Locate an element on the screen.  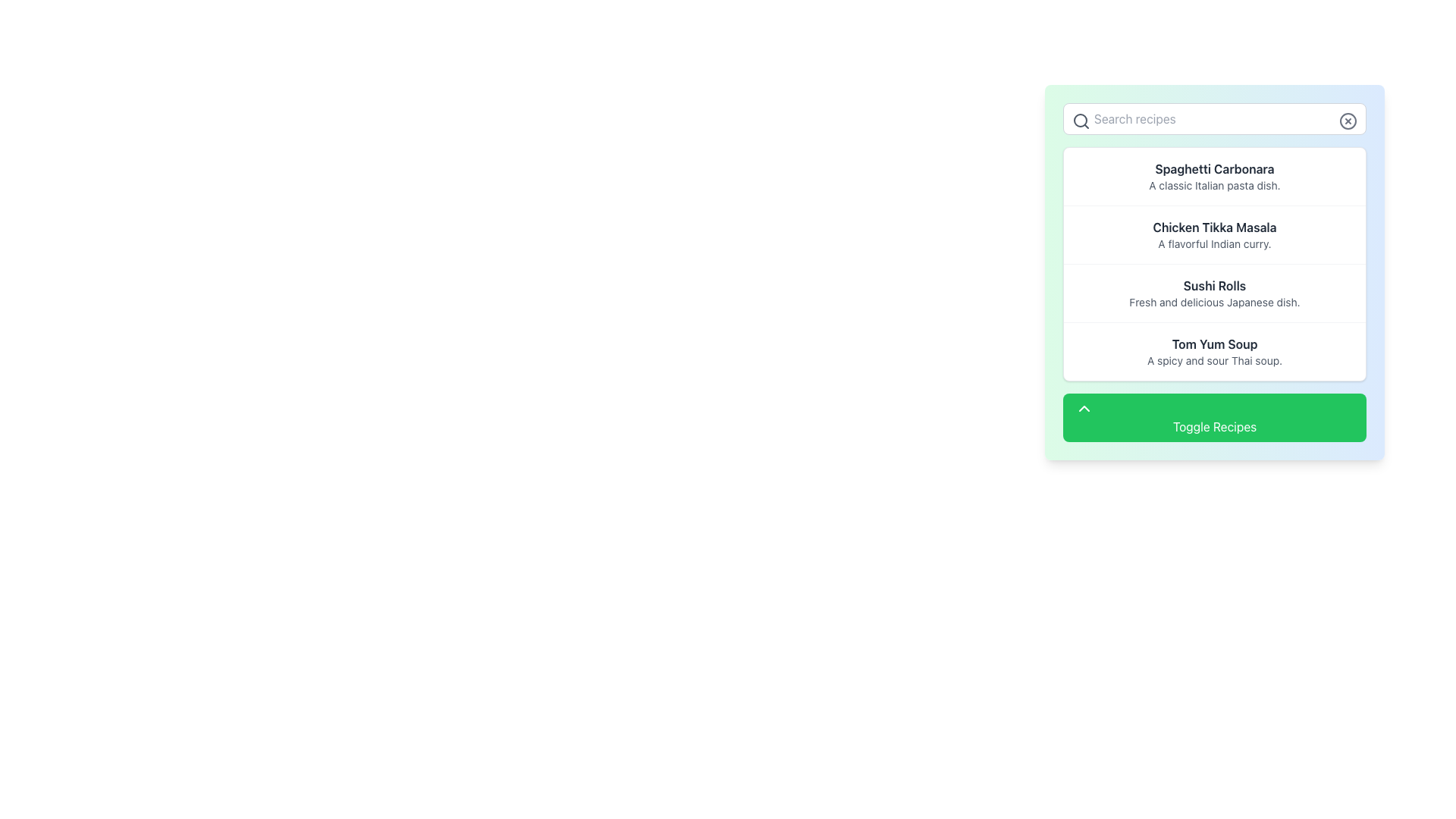
the subtitle text element that describes the 'Tom Yum Soup' dish, located as the fourth item in the vertical list of recipes is located at coordinates (1215, 360).